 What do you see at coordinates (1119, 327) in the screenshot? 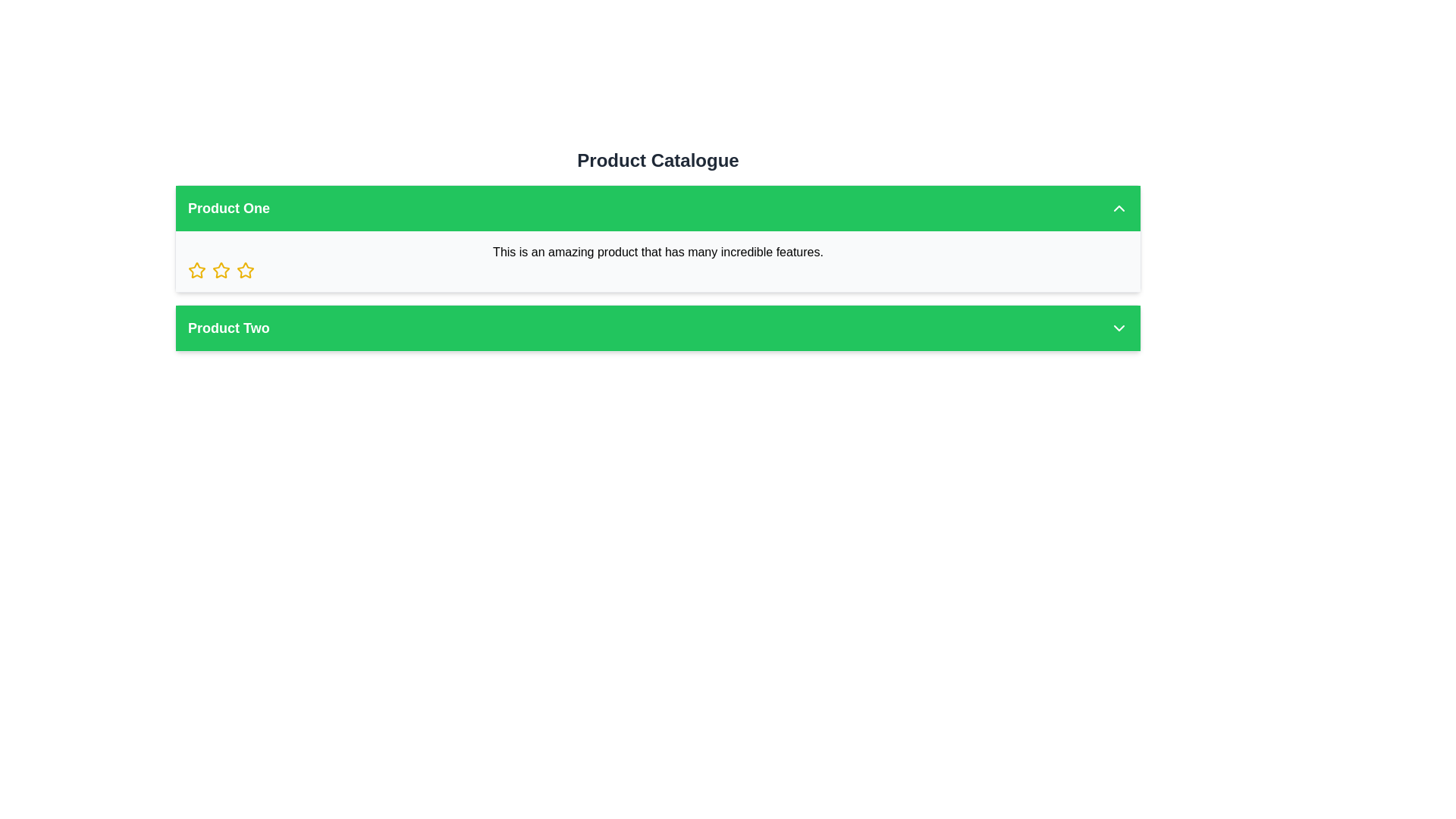
I see `the white downward-pointing arrow icon located at the rightmost part of the 'Product Two' section` at bounding box center [1119, 327].